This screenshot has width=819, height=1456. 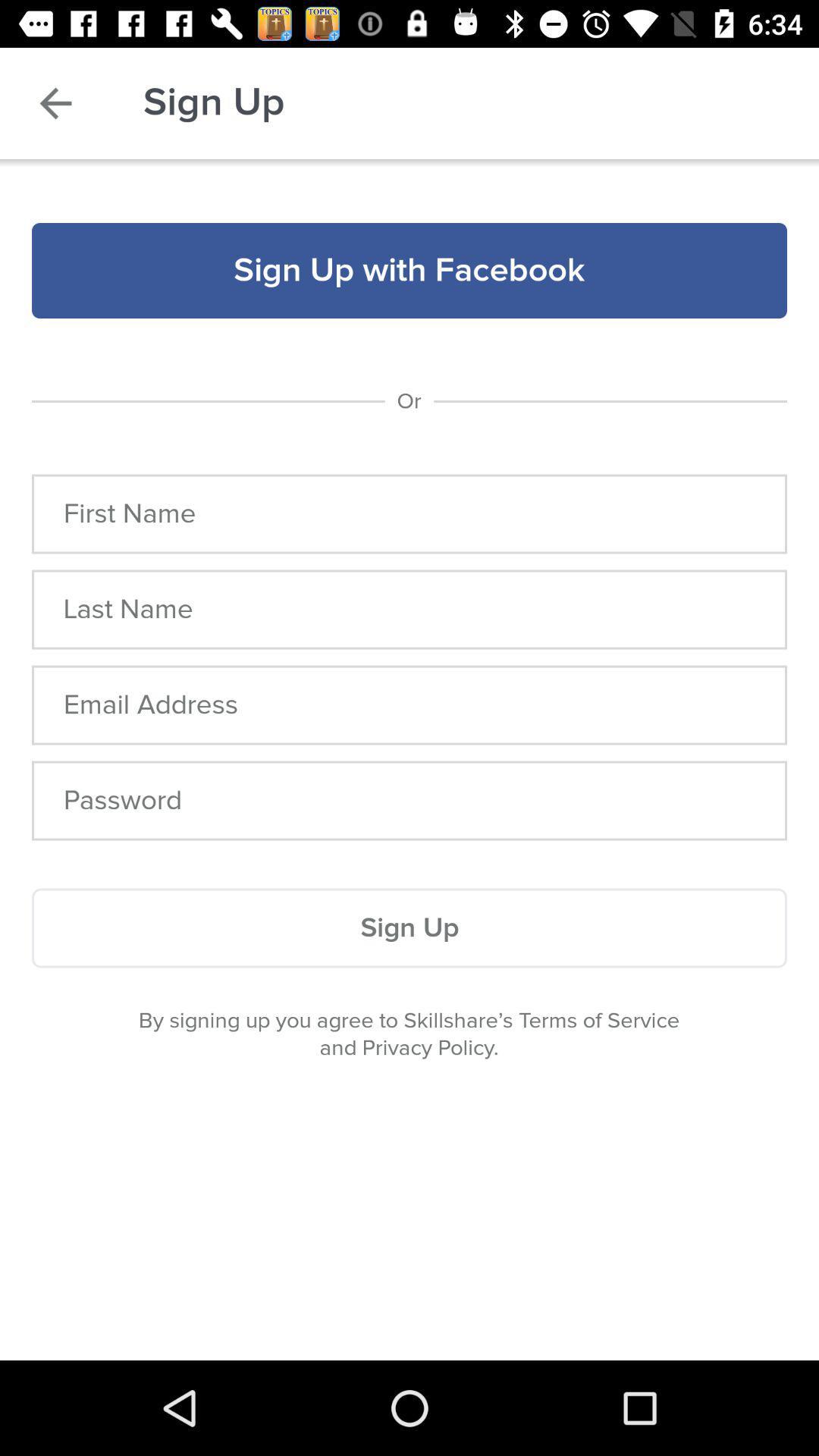 I want to click on open field to enter email address, so click(x=409, y=704).